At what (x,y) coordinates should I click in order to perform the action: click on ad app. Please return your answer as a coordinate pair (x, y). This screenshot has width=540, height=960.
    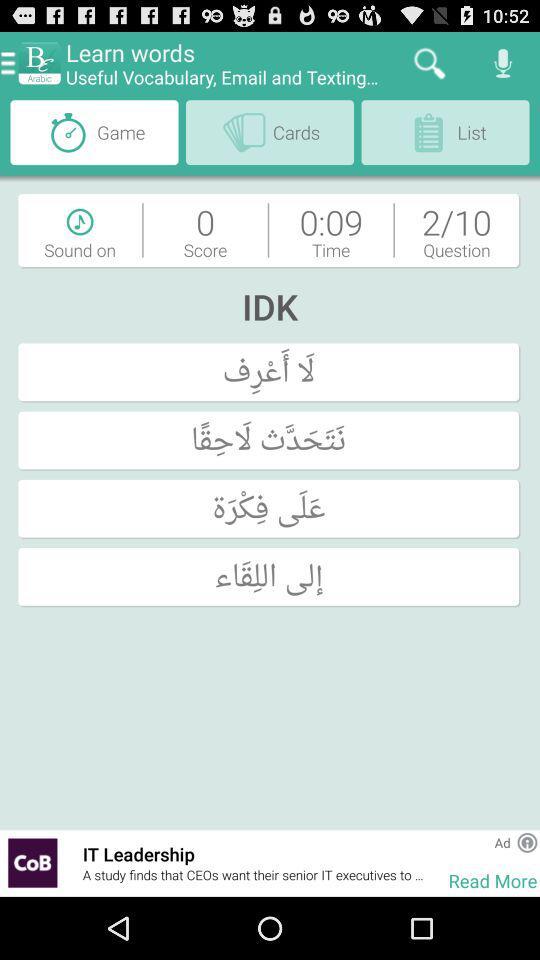
    Looking at the image, I should click on (501, 841).